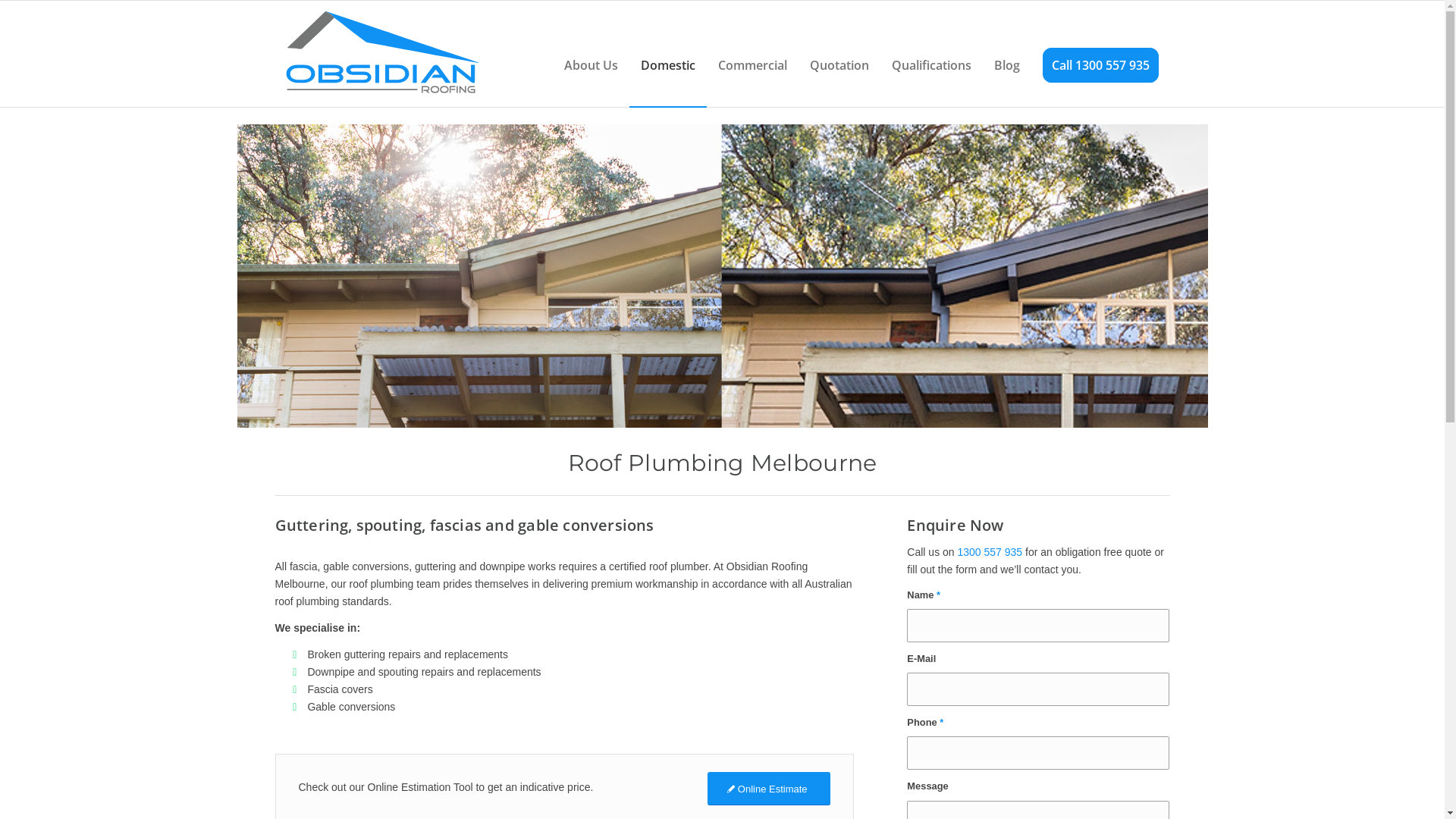  Describe the element at coordinates (589, 52) in the screenshot. I see `'About Us'` at that location.